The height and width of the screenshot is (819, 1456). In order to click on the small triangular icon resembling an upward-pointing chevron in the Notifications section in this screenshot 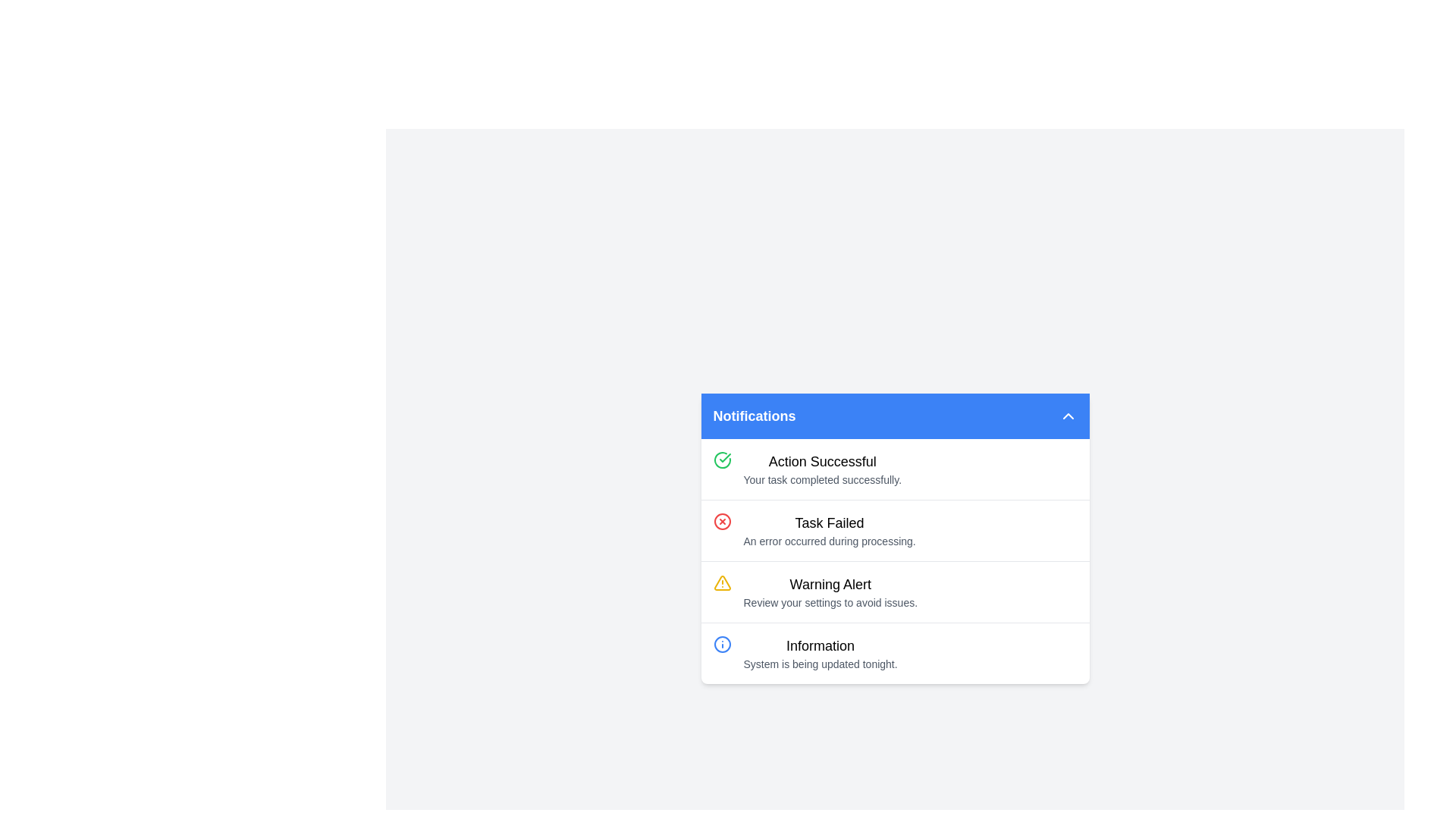, I will do `click(1067, 416)`.